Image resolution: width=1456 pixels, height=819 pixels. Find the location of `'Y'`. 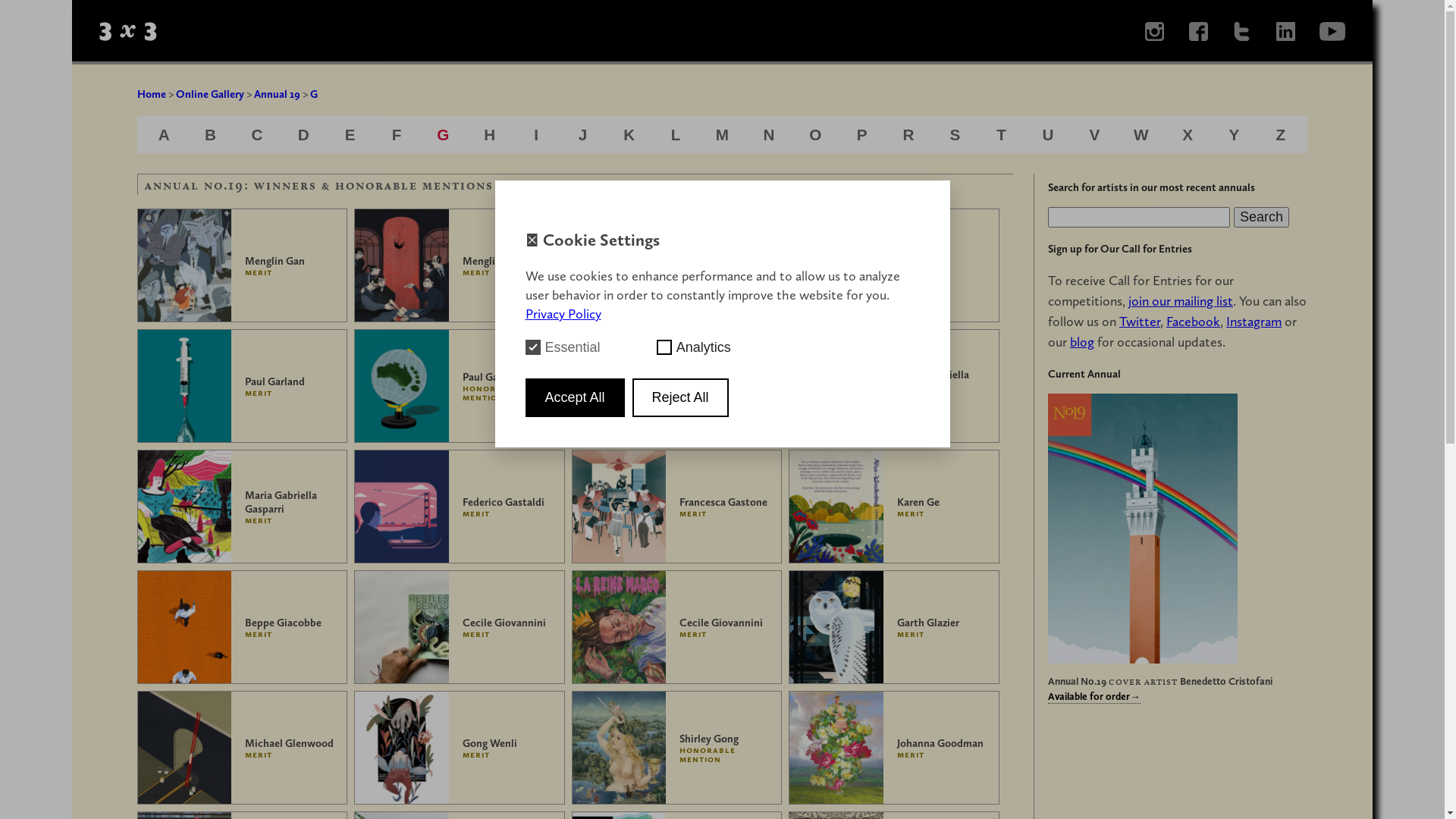

'Y' is located at coordinates (1234, 133).